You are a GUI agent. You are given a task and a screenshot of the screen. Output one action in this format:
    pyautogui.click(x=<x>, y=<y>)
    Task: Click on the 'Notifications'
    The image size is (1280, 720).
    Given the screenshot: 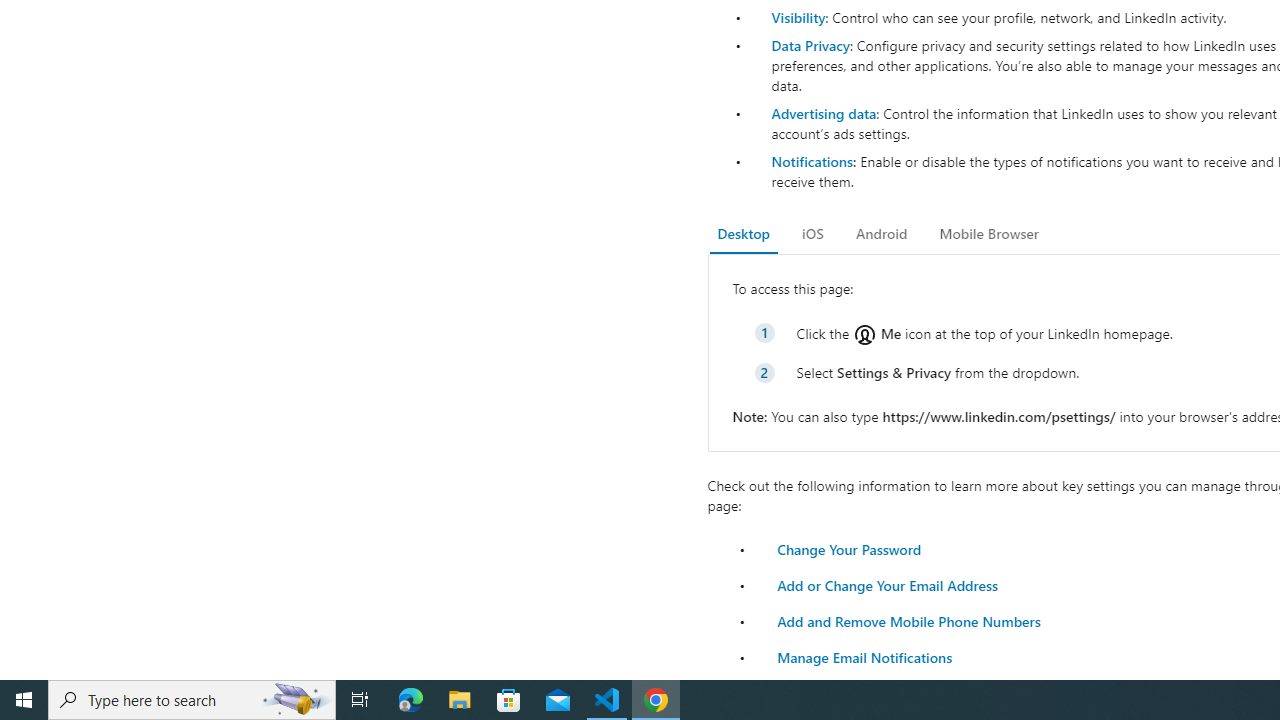 What is the action you would take?
    pyautogui.click(x=811, y=160)
    